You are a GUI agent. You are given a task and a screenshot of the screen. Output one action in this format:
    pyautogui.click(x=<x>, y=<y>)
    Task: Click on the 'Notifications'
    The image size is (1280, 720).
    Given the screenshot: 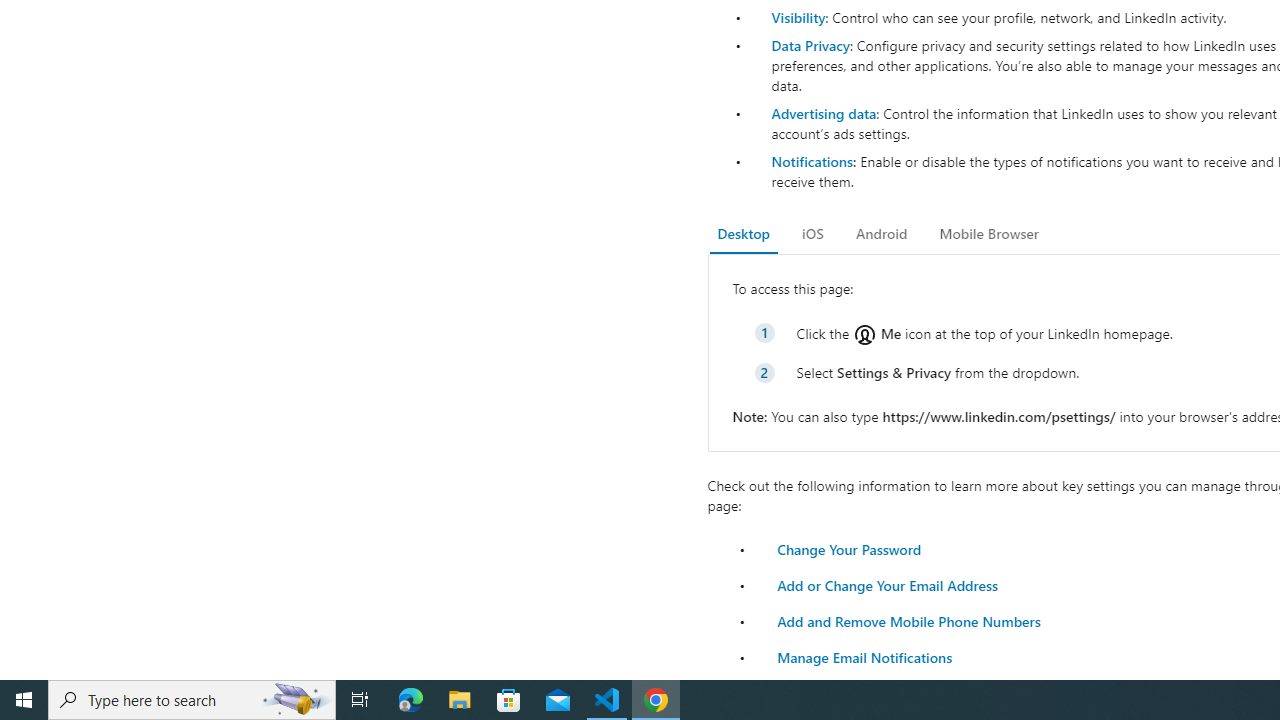 What is the action you would take?
    pyautogui.click(x=811, y=160)
    